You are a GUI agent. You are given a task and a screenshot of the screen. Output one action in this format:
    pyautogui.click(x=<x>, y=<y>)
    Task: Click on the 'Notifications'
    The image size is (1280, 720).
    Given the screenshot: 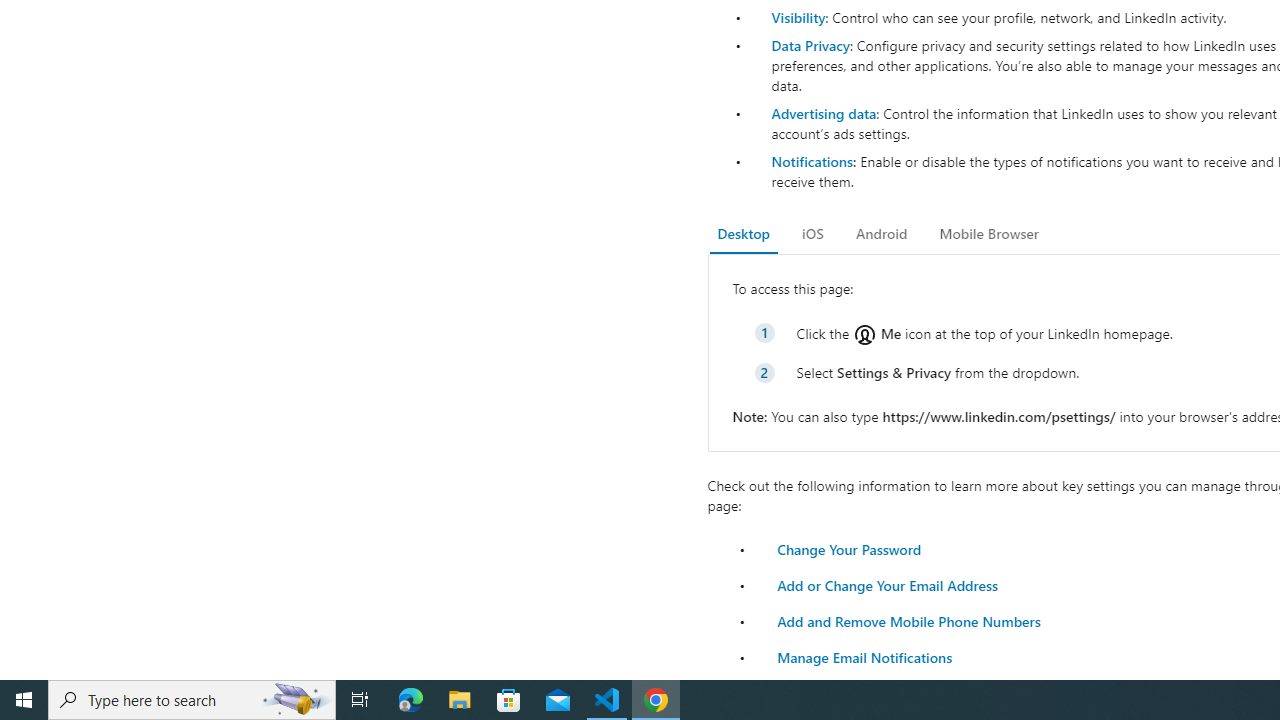 What is the action you would take?
    pyautogui.click(x=811, y=160)
    